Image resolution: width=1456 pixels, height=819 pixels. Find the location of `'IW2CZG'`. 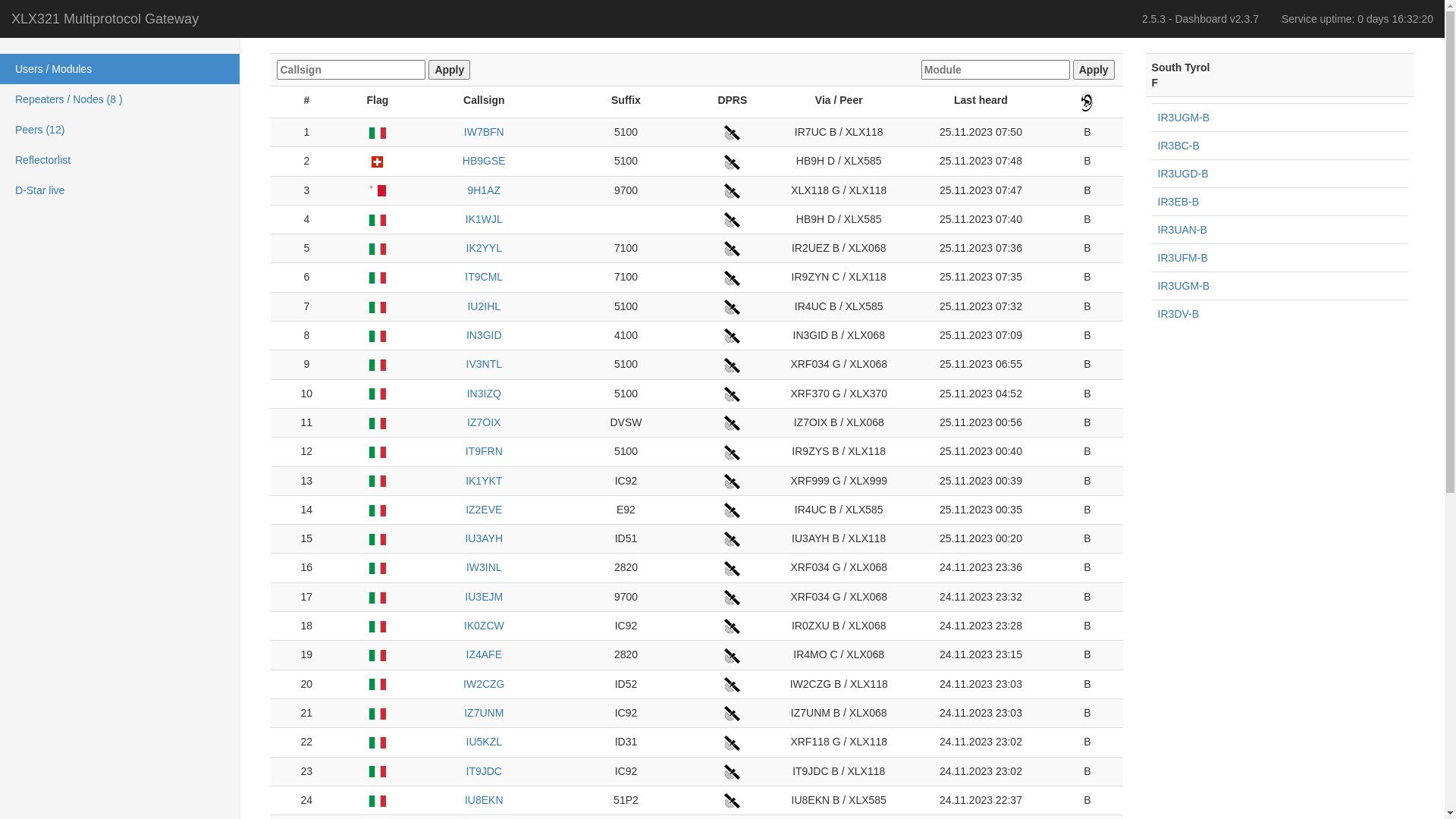

'IW2CZG' is located at coordinates (483, 684).